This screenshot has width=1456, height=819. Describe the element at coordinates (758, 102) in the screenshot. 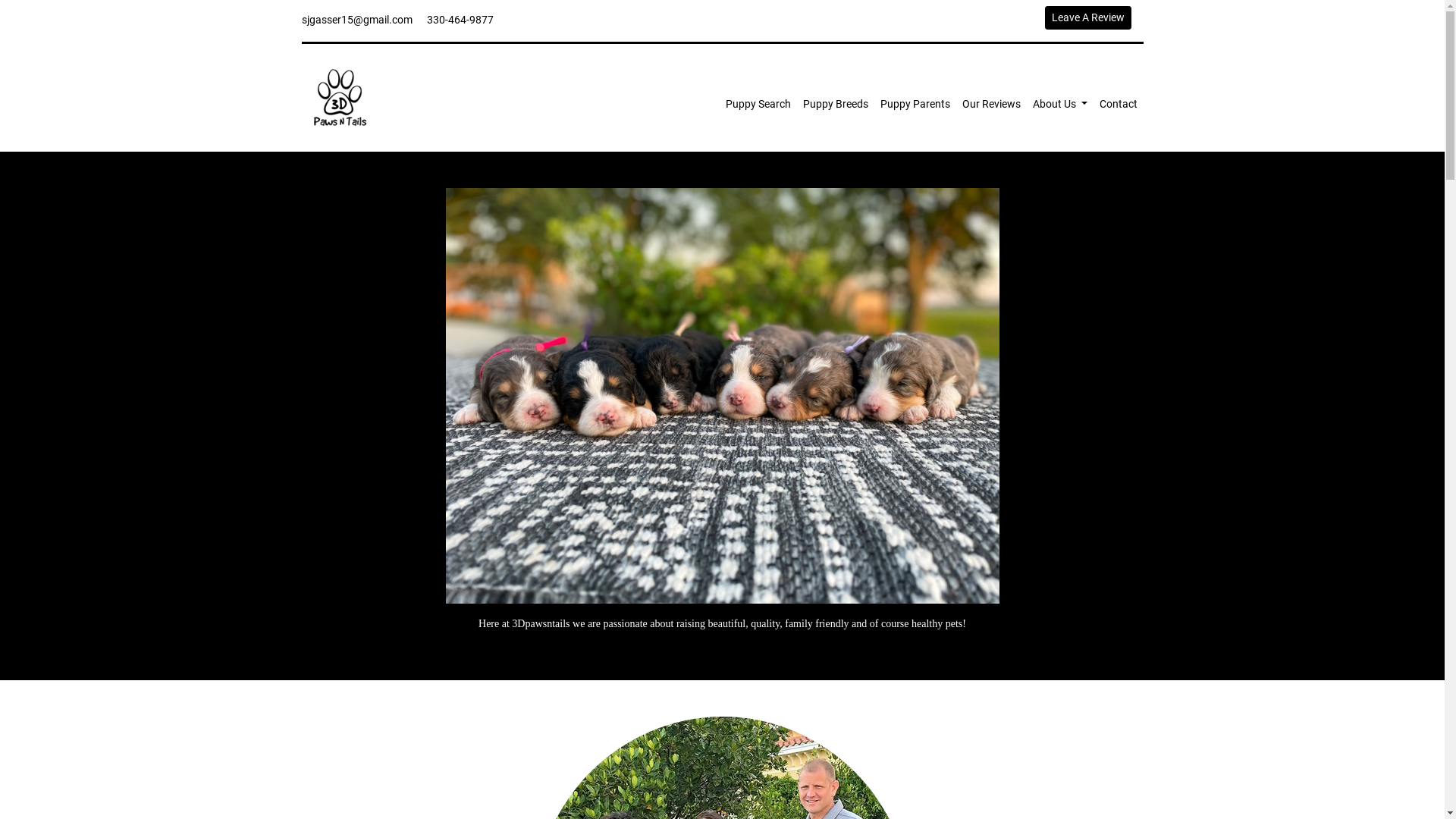

I see `'Puppy Search'` at that location.